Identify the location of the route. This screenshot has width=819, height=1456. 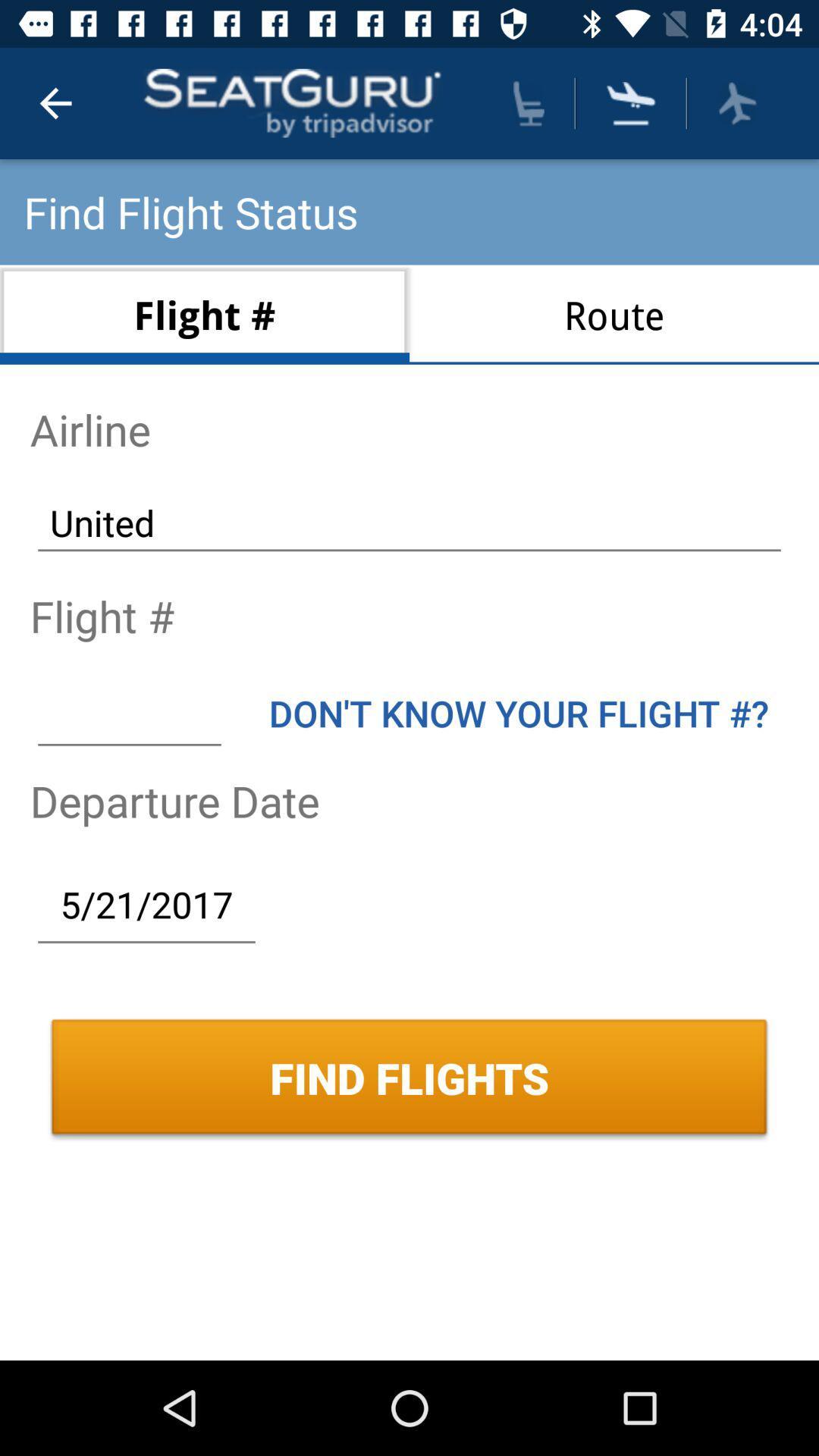
(614, 314).